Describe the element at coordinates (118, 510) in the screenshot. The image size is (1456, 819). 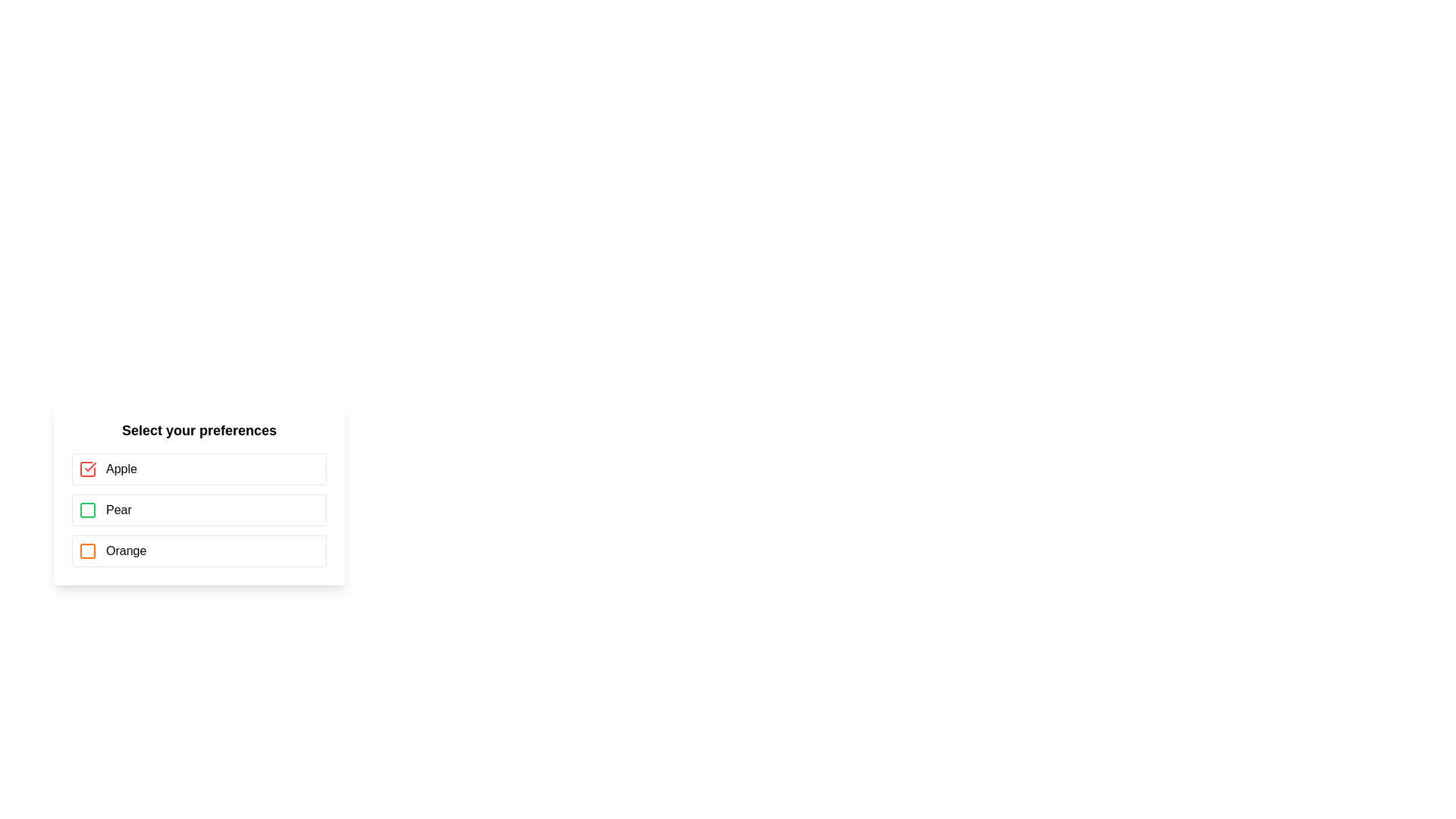
I see `the text label displaying 'Pear', which is positioned between the 'Apple' and 'Orange' items in the selectable item group` at that location.